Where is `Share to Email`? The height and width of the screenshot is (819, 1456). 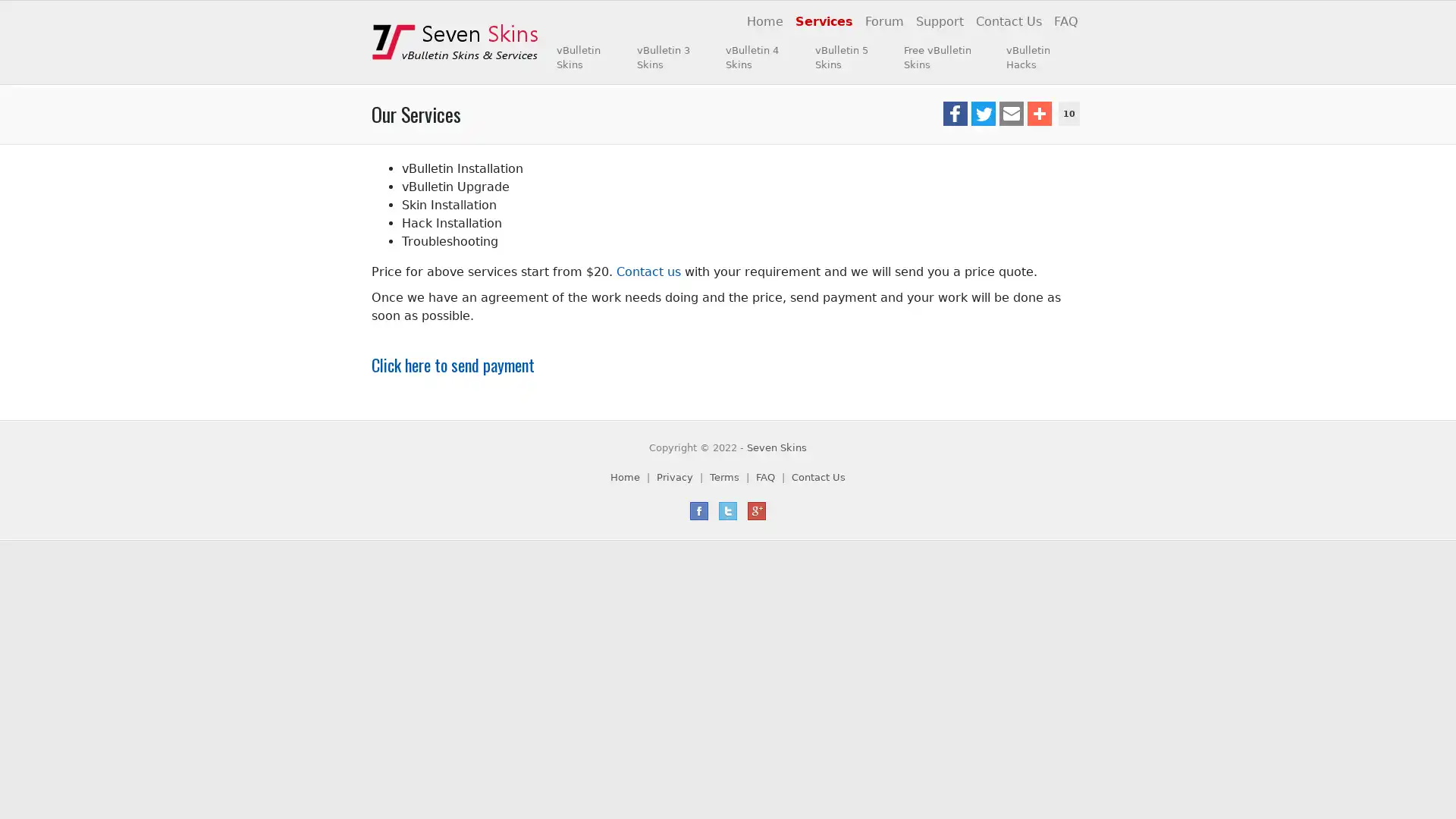
Share to Email is located at coordinates (1011, 113).